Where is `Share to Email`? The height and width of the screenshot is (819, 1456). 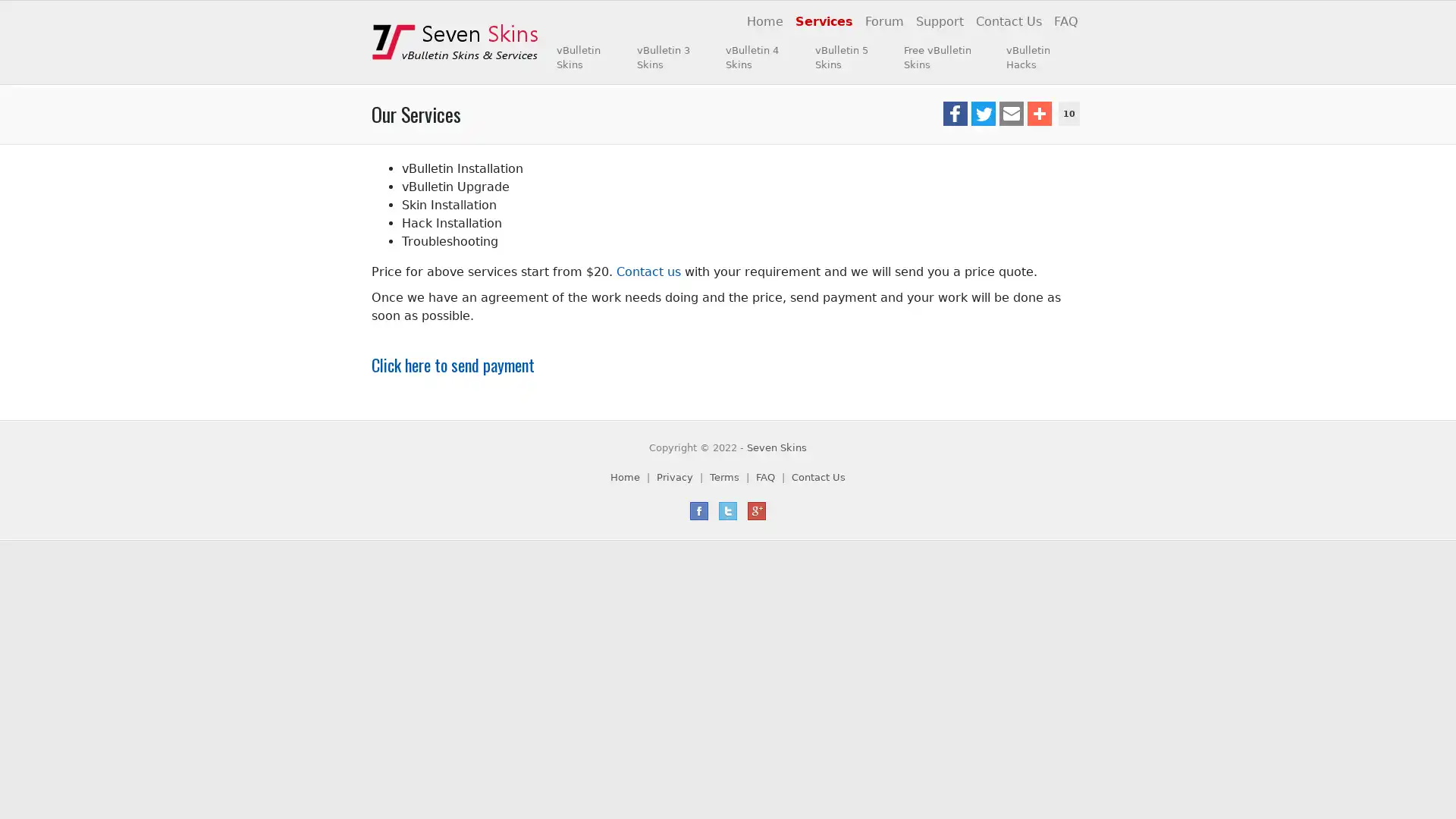
Share to Email is located at coordinates (1011, 113).